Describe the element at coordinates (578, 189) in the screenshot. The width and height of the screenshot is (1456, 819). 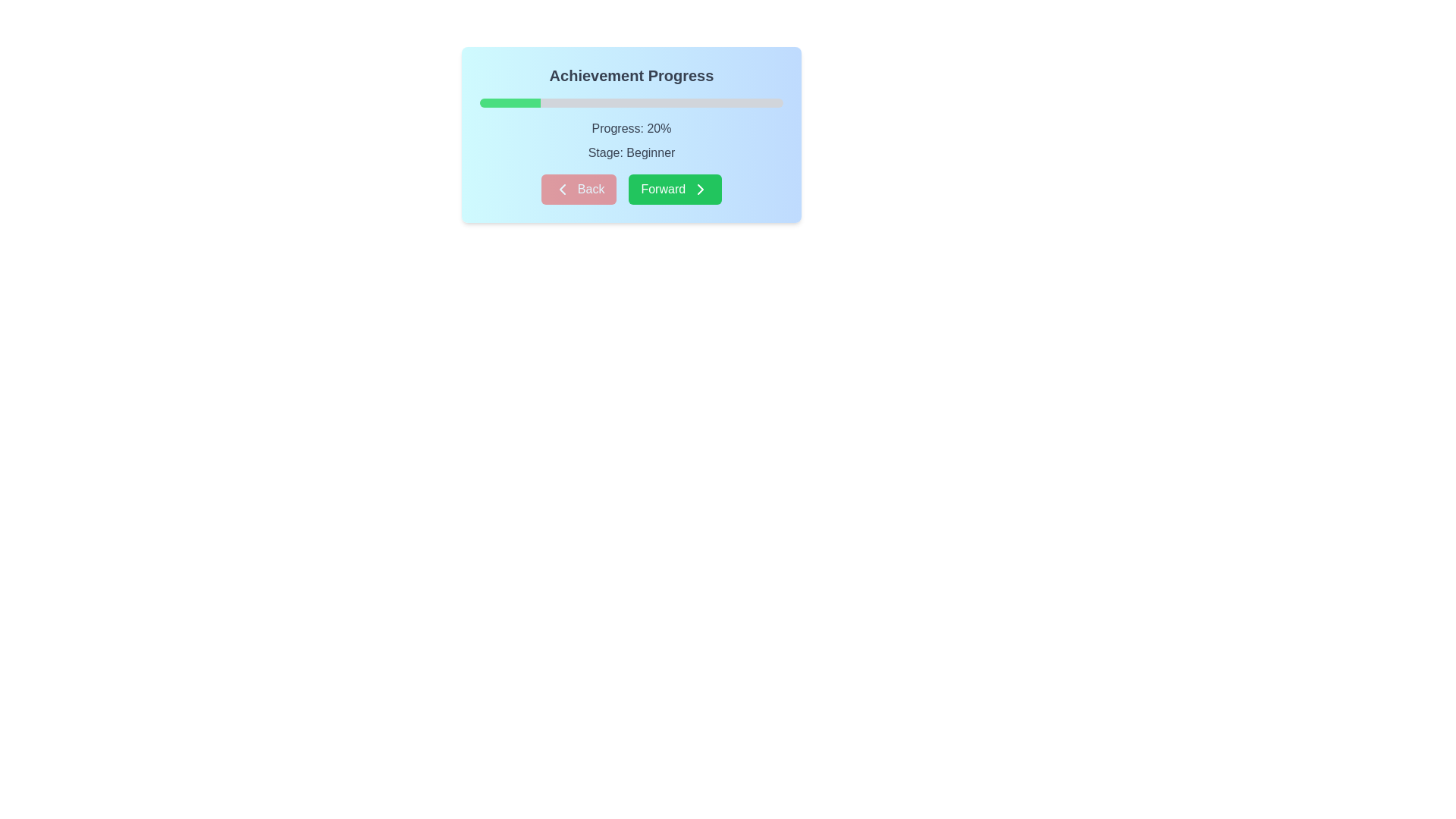
I see `the 'Back' button in the 'Achievement Progress' section for accessibility interaction` at that location.